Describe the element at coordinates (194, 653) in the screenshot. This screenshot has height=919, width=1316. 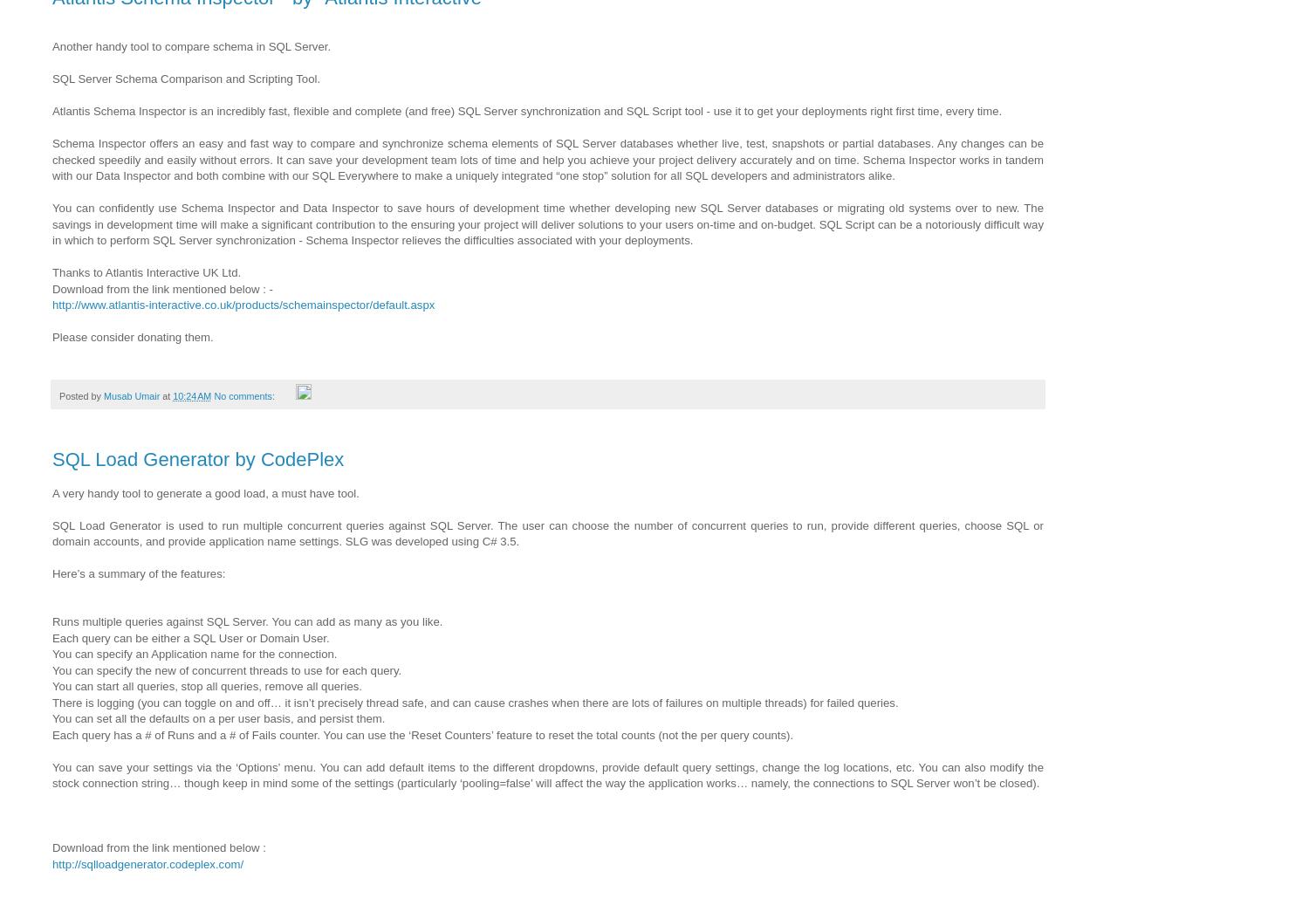
I see `'You can specify an Application name for the connection.'` at that location.